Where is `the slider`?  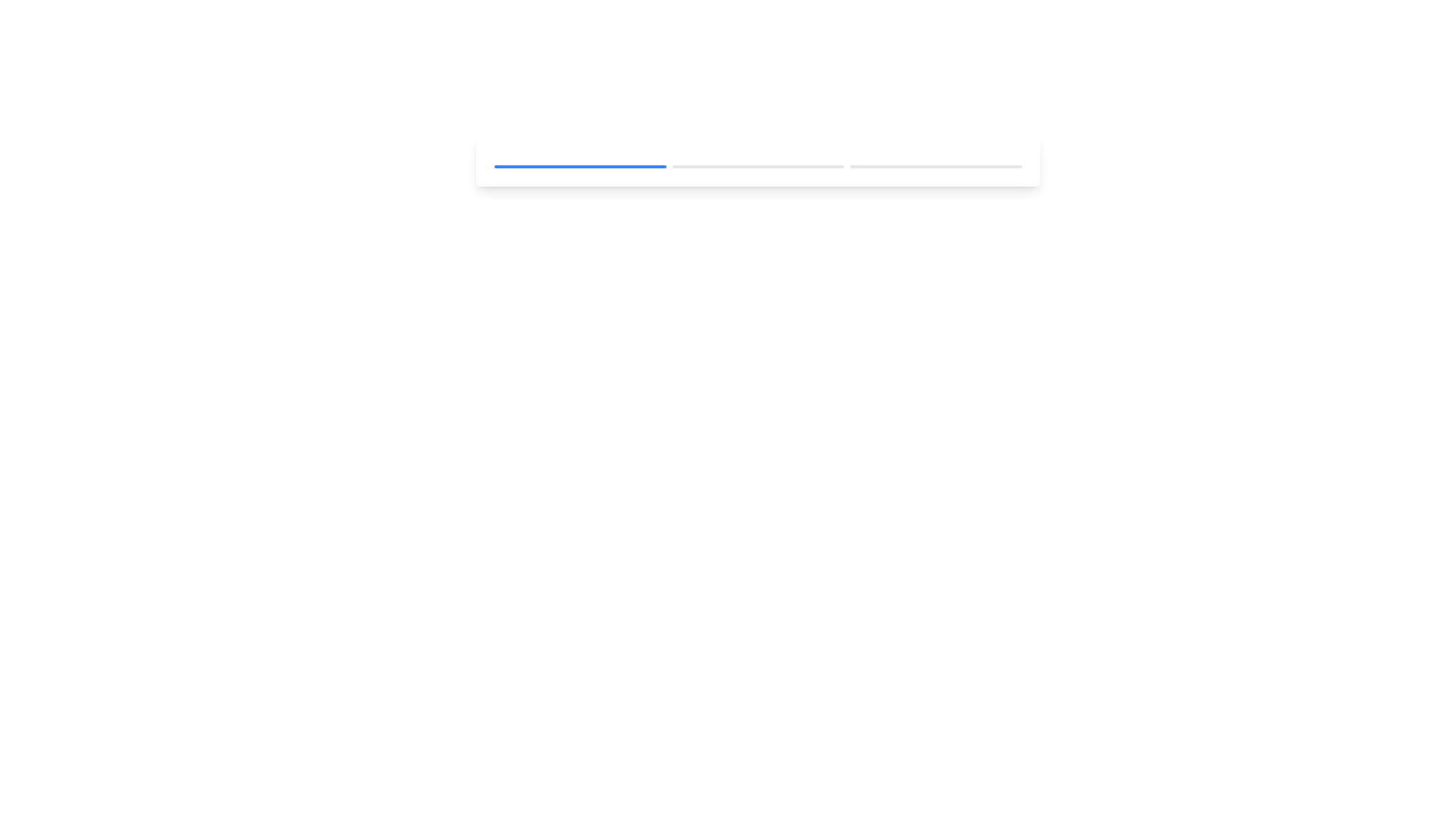
the slider is located at coordinates (741, 166).